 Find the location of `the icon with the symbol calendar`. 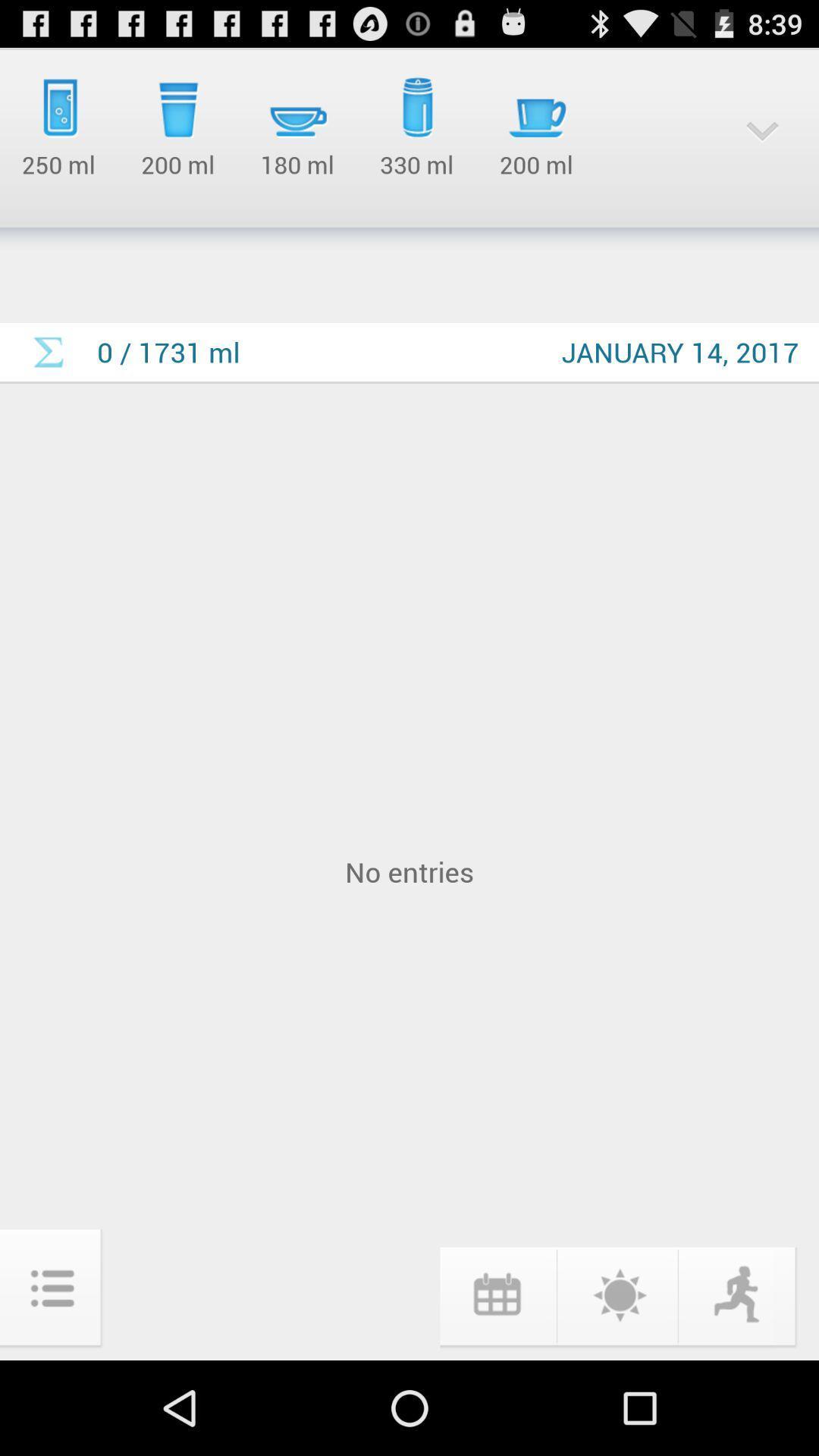

the icon with the symbol calendar is located at coordinates (497, 1294).